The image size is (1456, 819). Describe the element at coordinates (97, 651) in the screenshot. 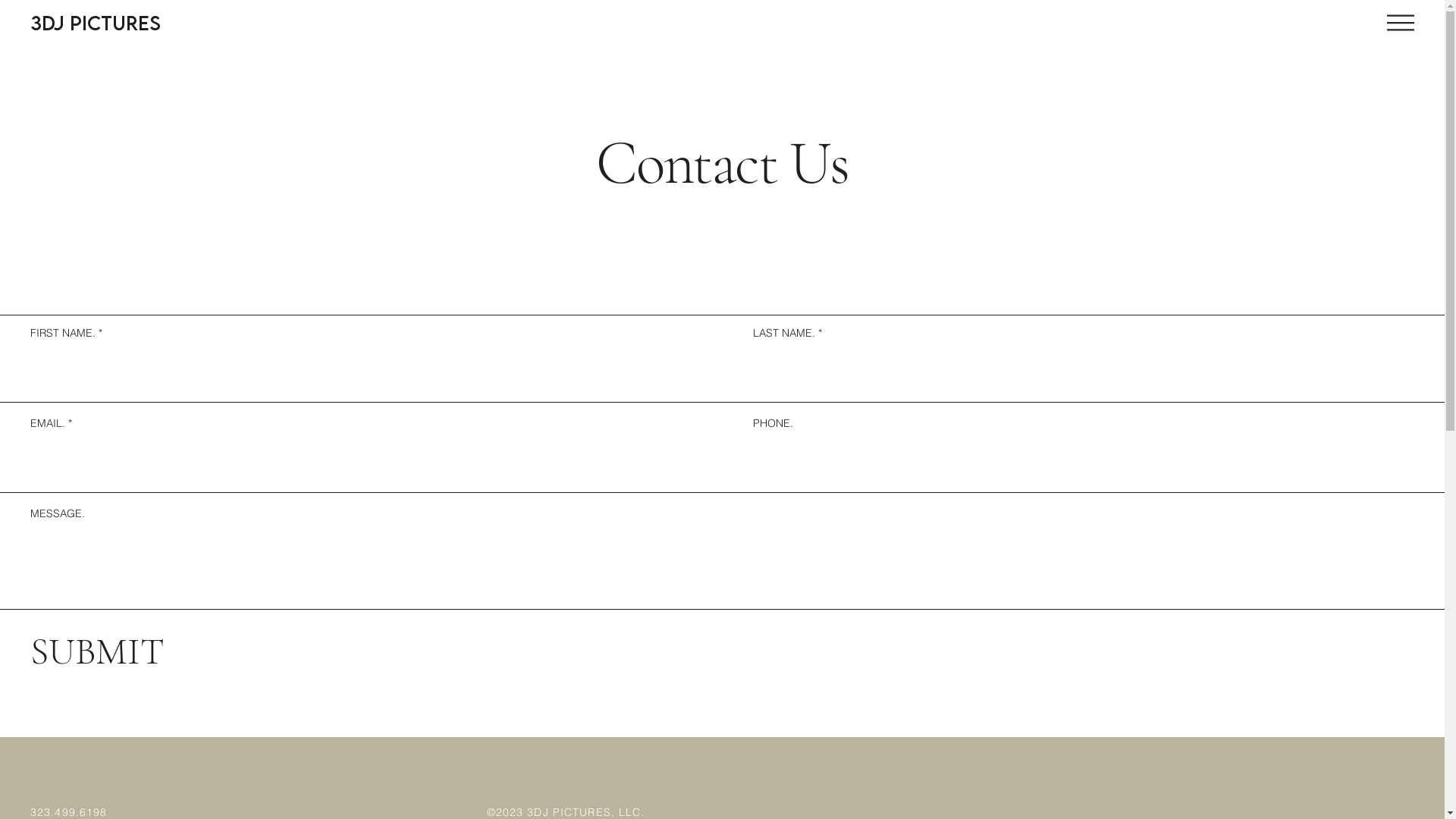

I see `'SUBMIT'` at that location.